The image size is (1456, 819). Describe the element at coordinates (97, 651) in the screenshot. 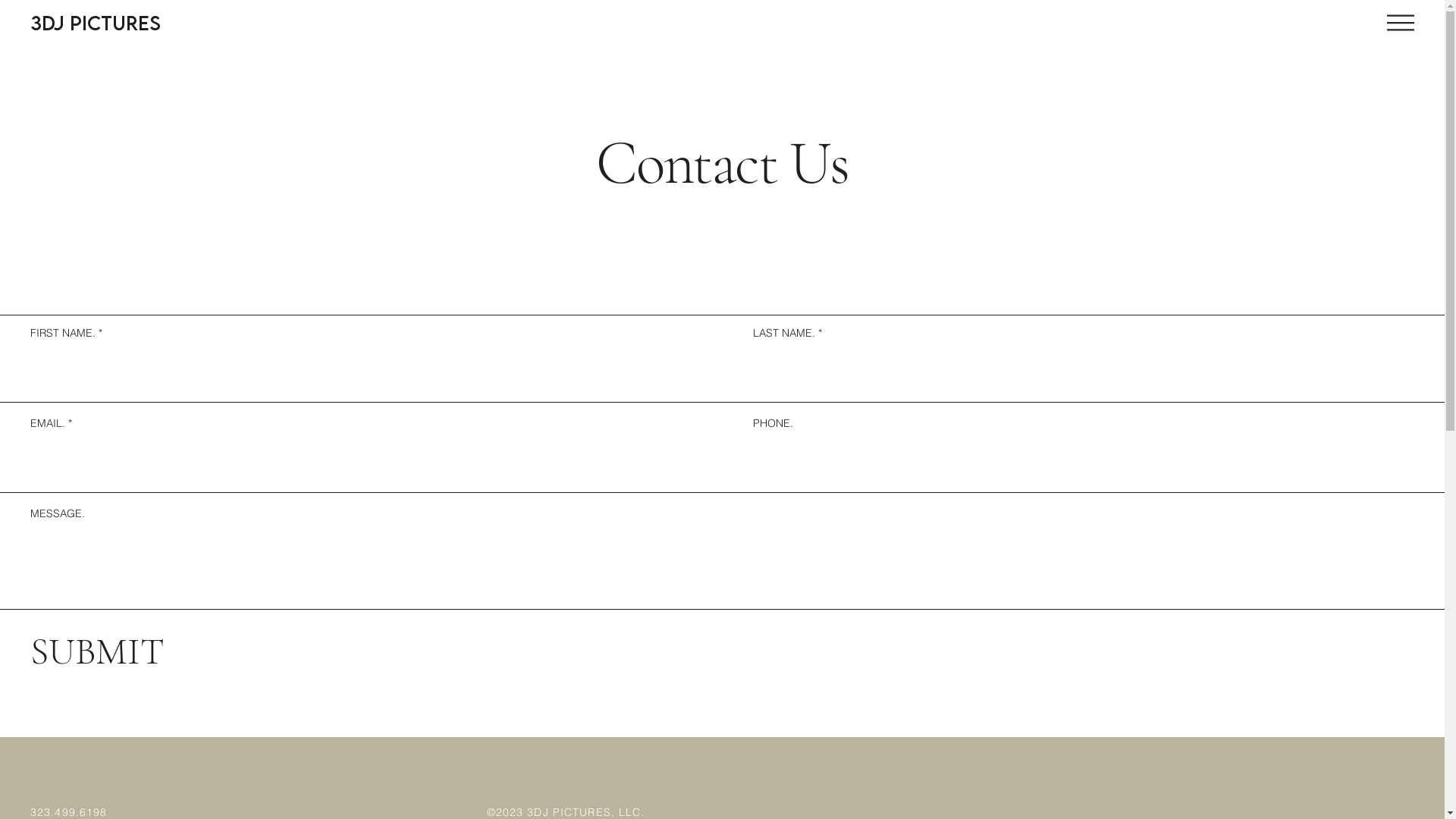

I see `'SUBMIT'` at that location.